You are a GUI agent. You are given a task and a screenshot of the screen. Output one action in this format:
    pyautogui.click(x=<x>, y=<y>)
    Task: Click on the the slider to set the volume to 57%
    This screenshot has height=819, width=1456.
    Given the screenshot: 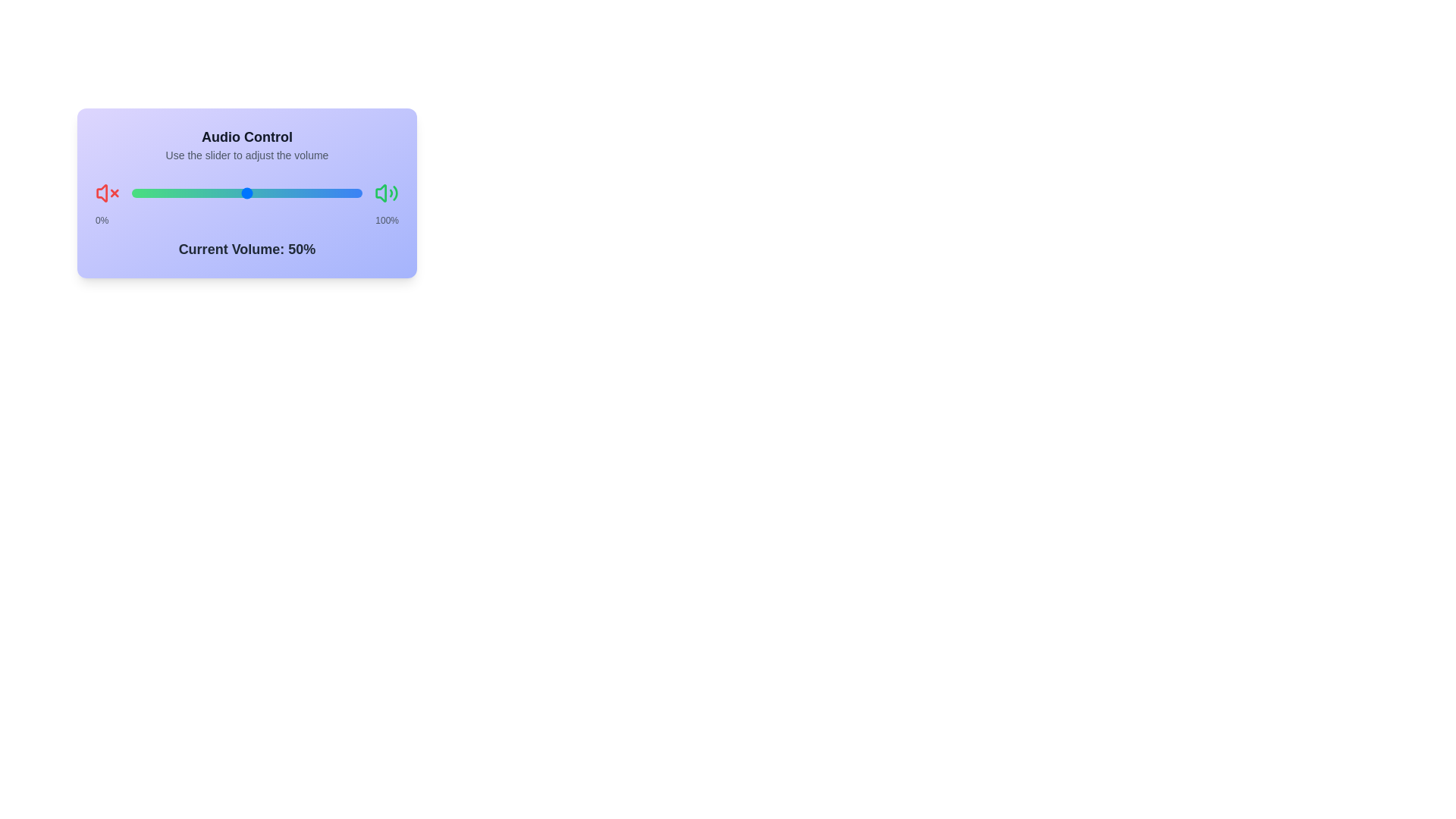 What is the action you would take?
    pyautogui.click(x=131, y=192)
    